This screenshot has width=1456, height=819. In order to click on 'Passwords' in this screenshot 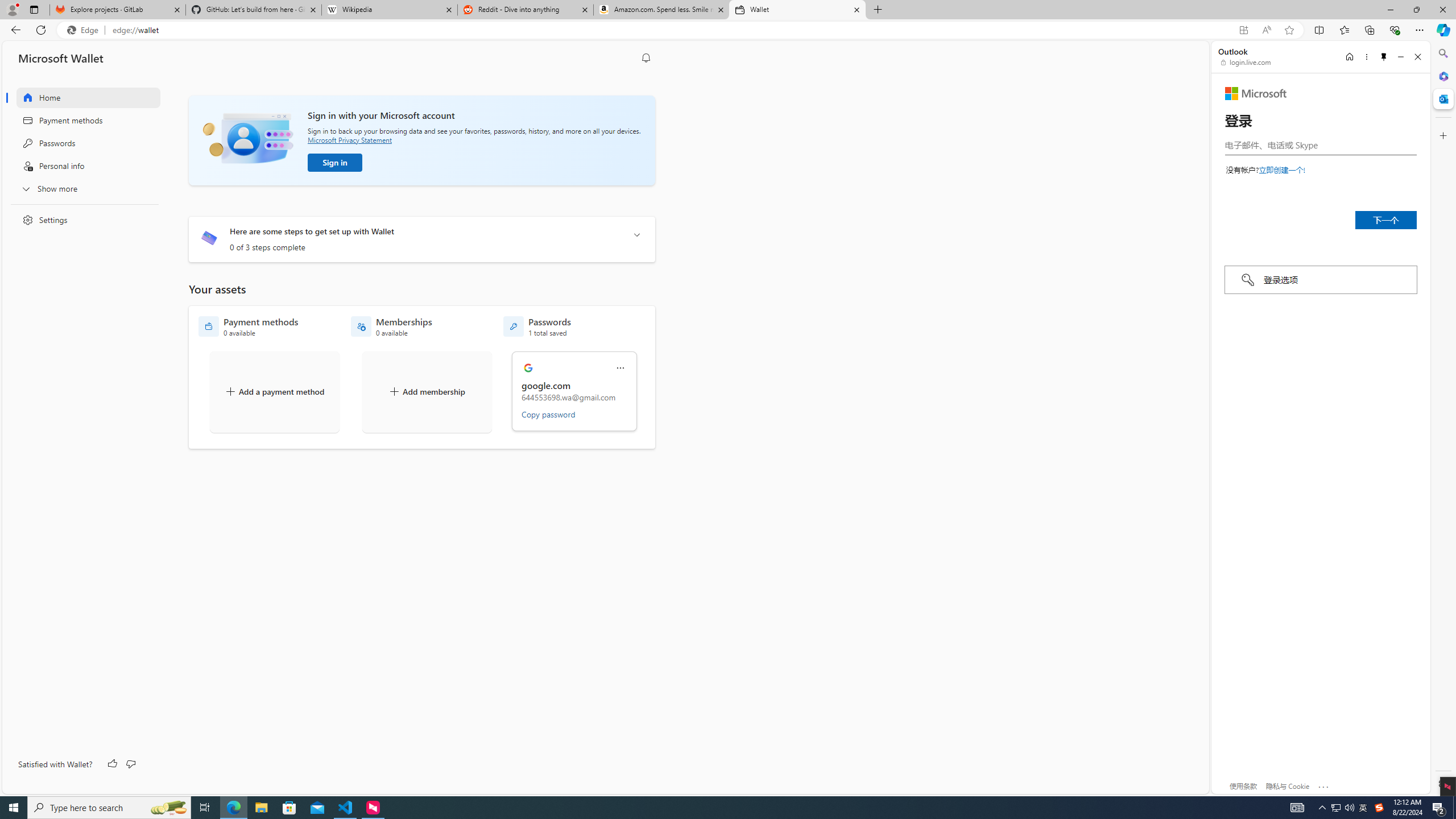, I will do `click(81, 142)`.